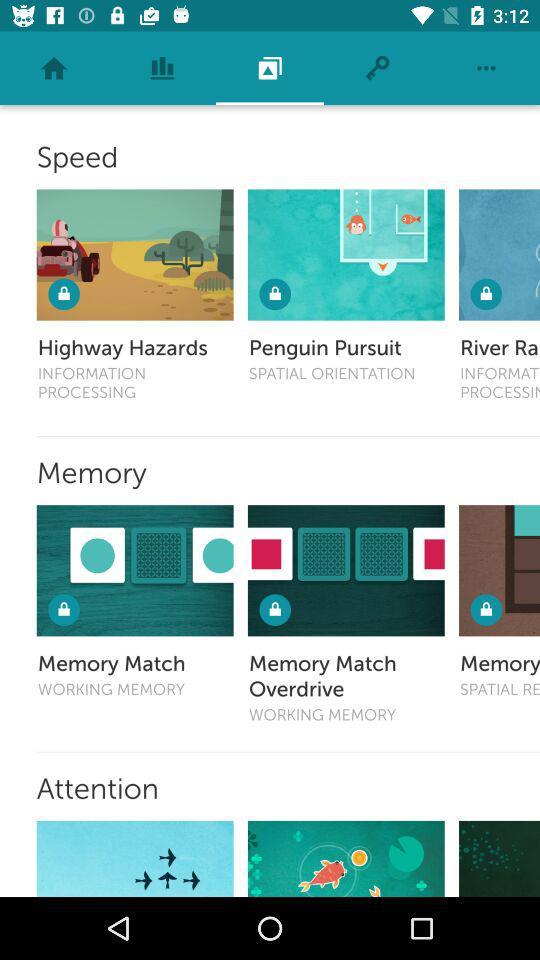 This screenshot has height=960, width=540. Describe the element at coordinates (345, 570) in the screenshot. I see `open memory match overdrive game` at that location.